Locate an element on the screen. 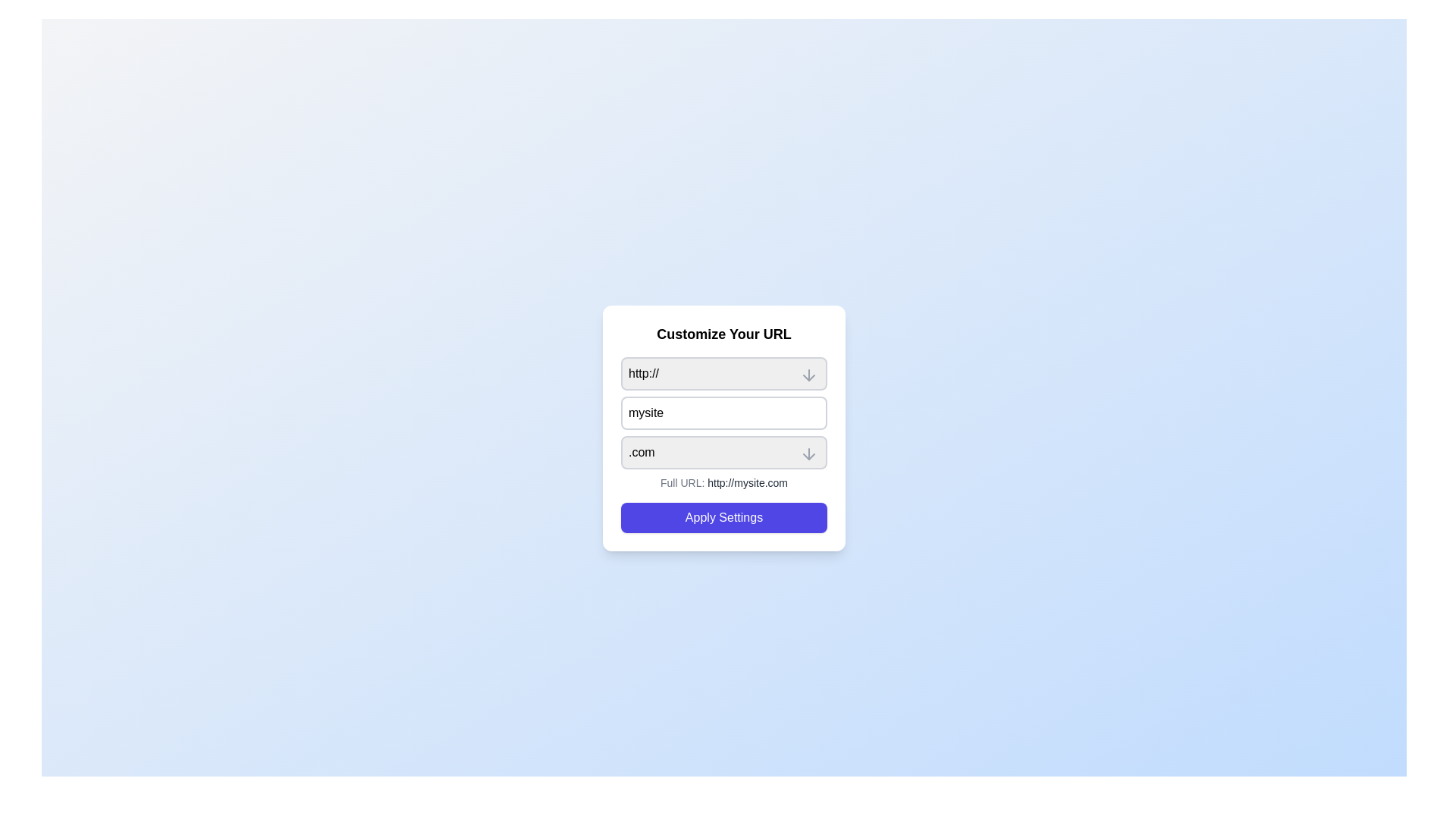 The image size is (1456, 819). the dropdown menu element with a light gray border and rounded corners by is located at coordinates (723, 374).